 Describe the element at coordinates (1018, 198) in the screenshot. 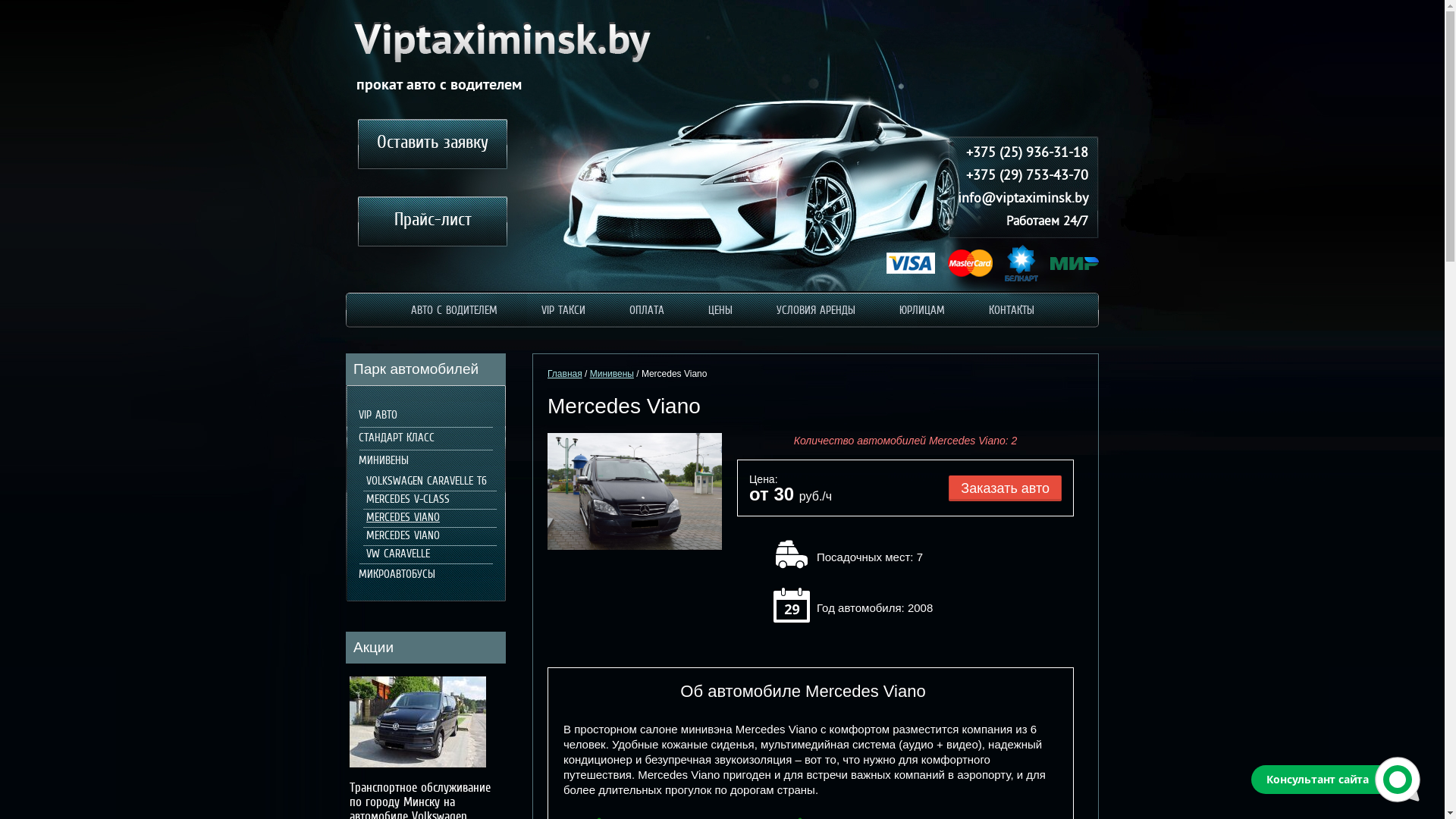

I see `'info@viptaximinsk.by'` at that location.